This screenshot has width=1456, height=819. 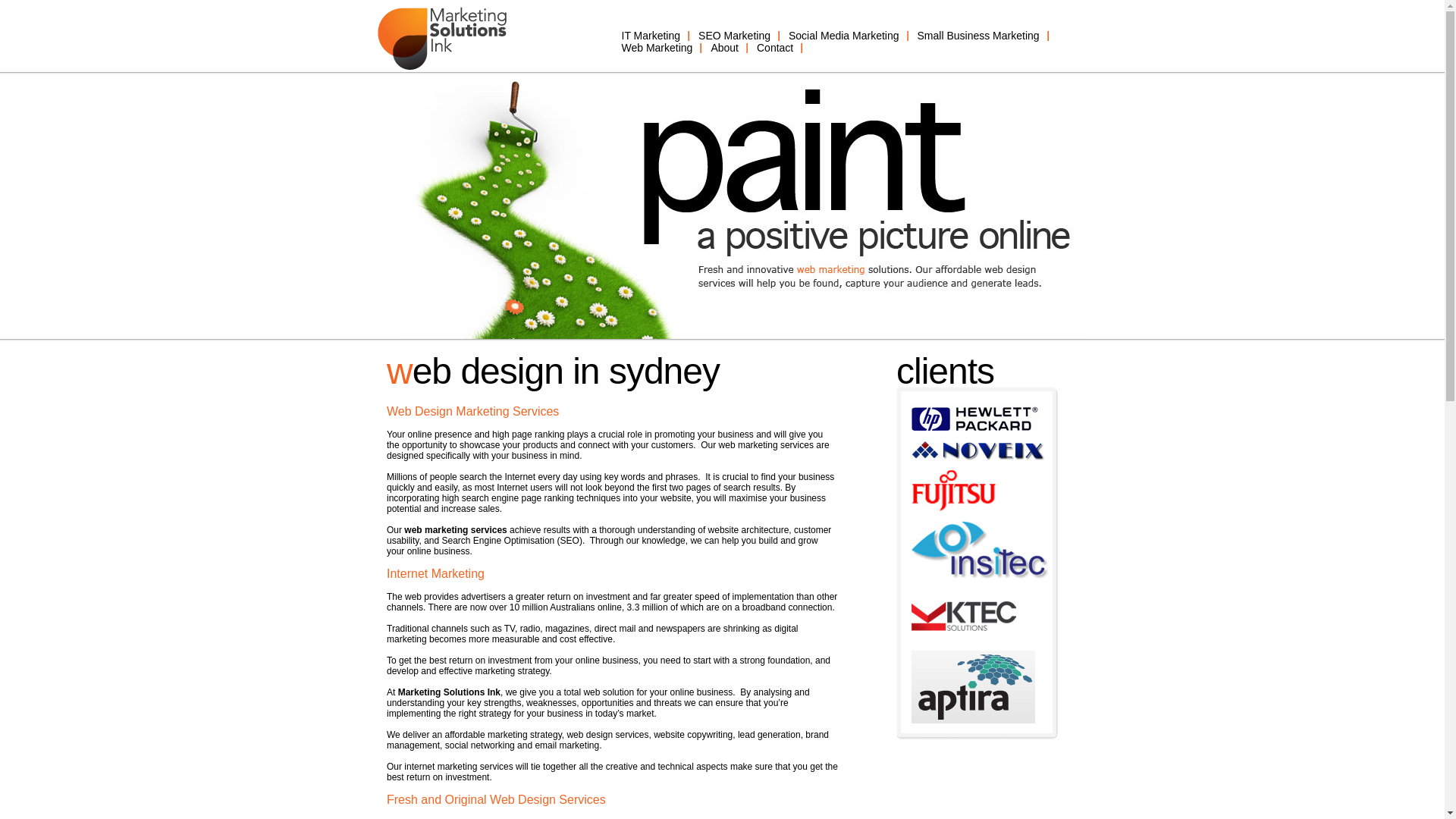 What do you see at coordinates (651, 34) in the screenshot?
I see `'IT Marketing'` at bounding box center [651, 34].